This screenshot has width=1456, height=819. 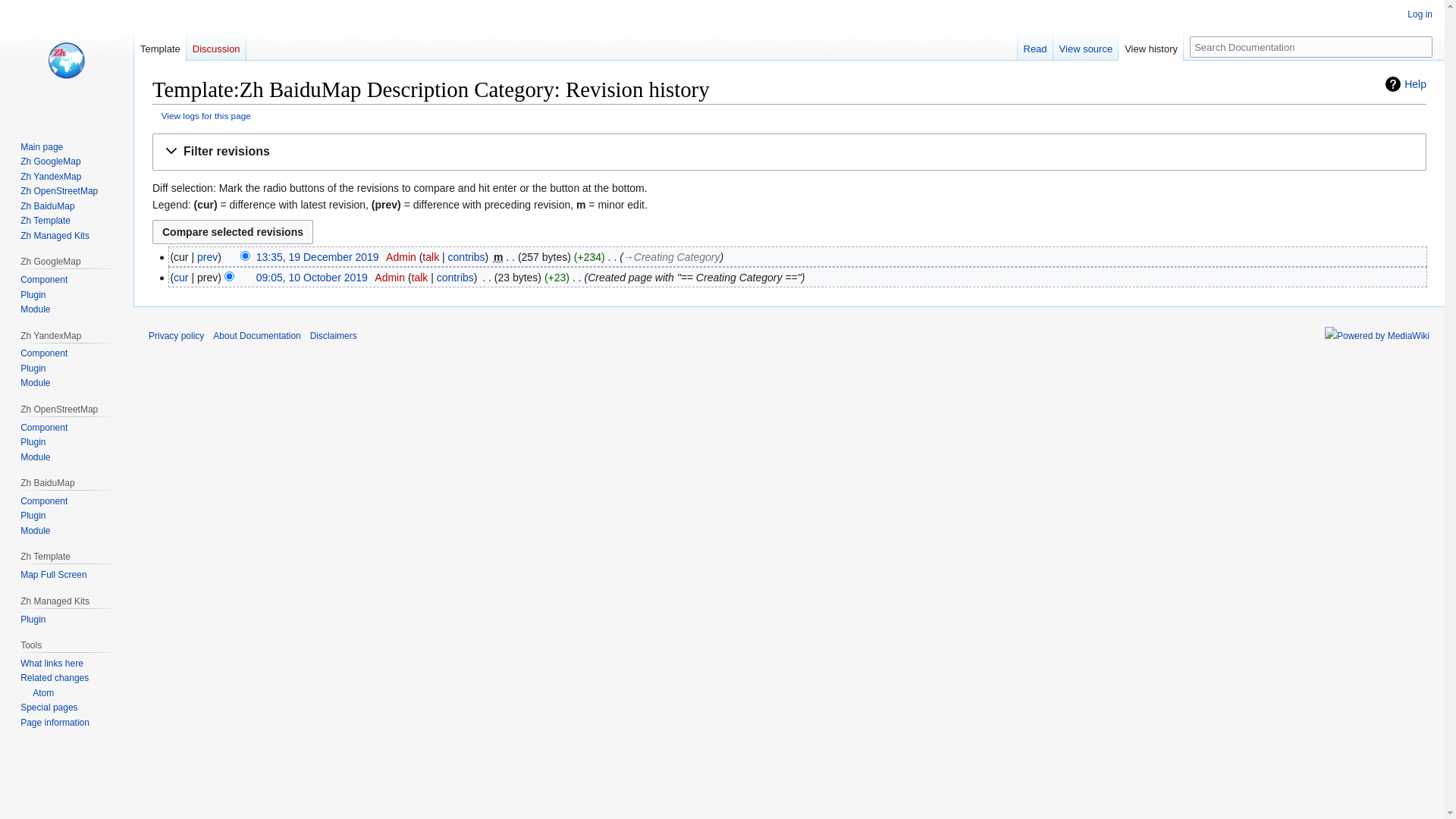 What do you see at coordinates (1404, 84) in the screenshot?
I see `'Help'` at bounding box center [1404, 84].